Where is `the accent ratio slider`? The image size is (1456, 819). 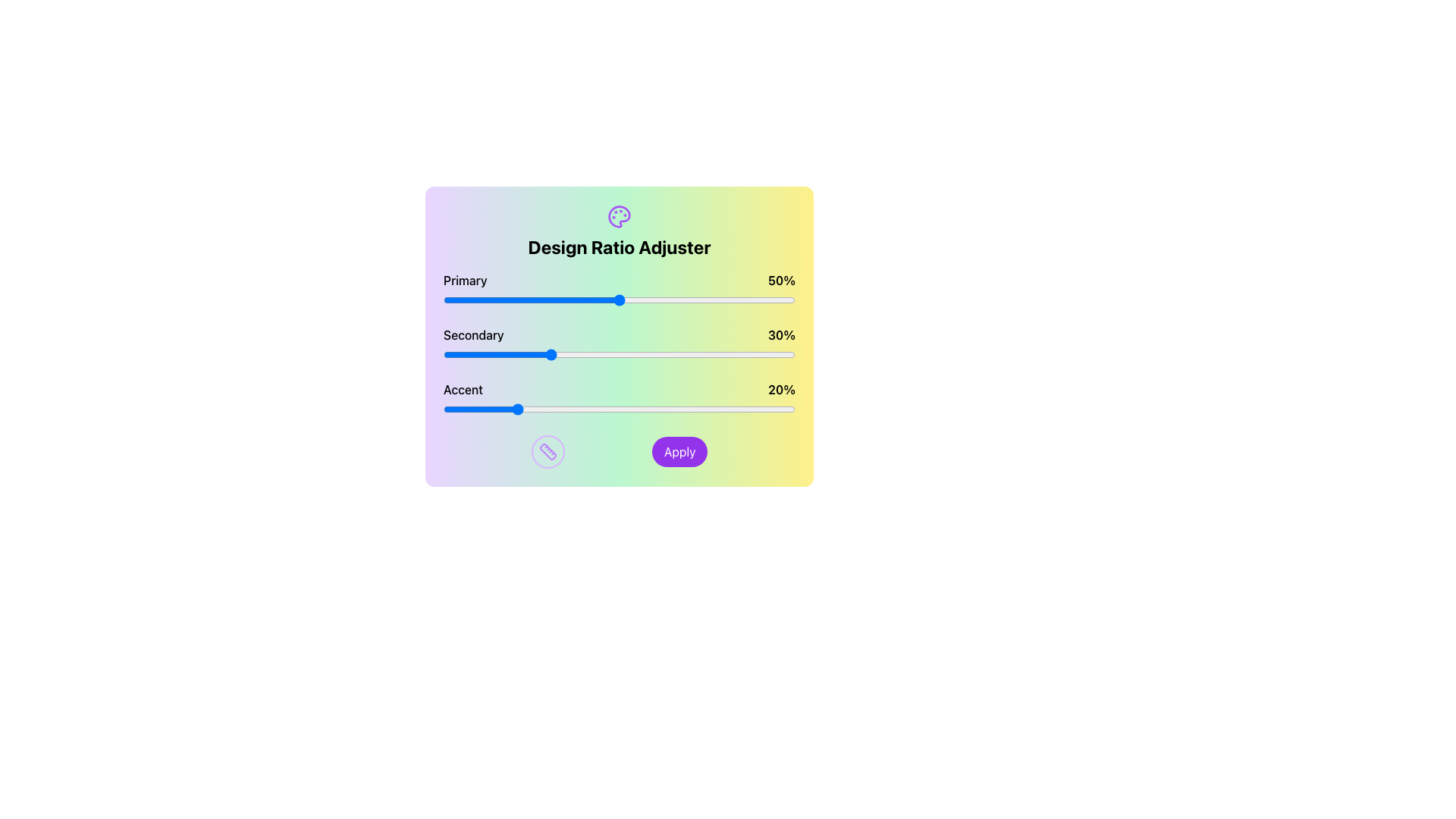 the accent ratio slider is located at coordinates (545, 409).